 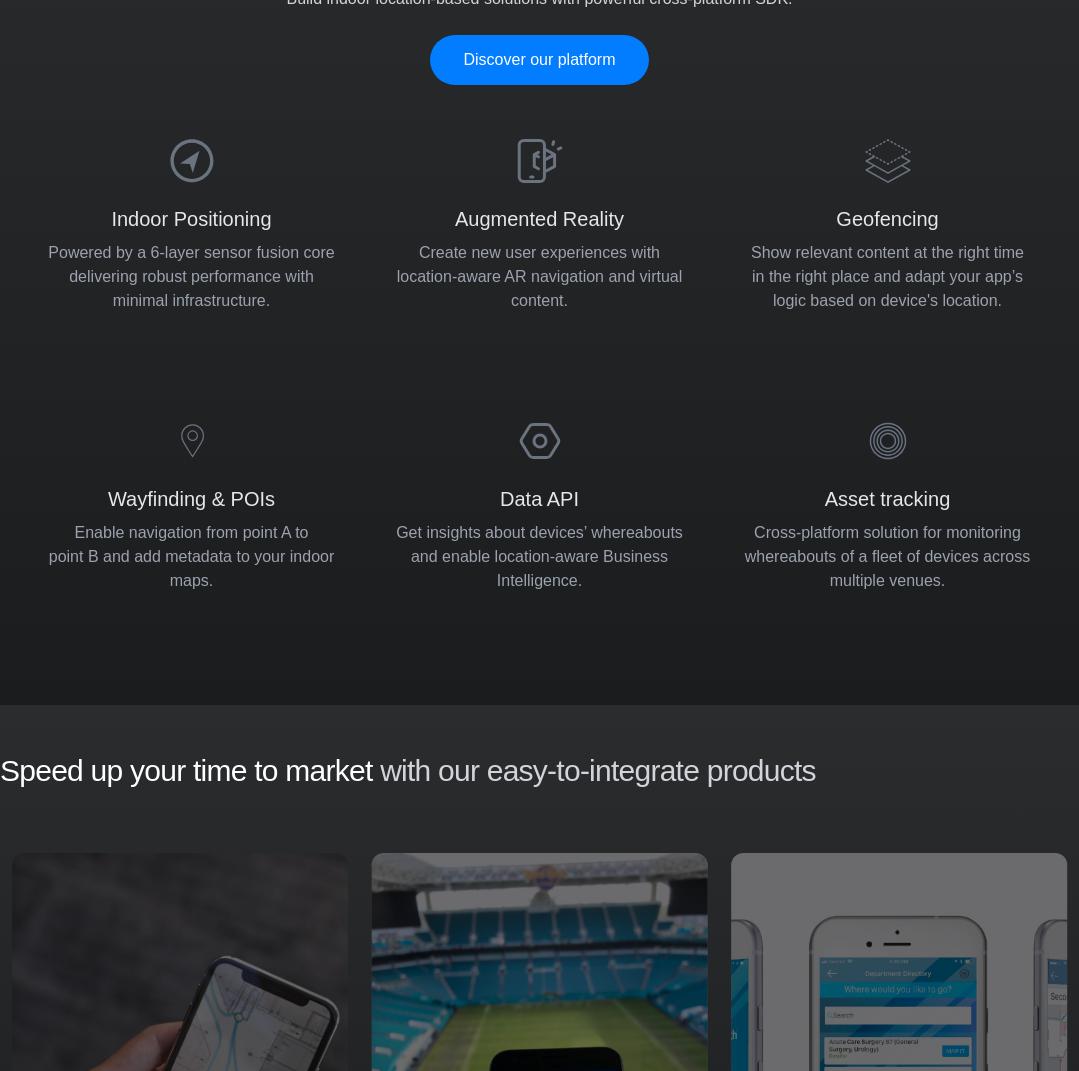 What do you see at coordinates (263, 654) in the screenshot?
I see `'Cases'` at bounding box center [263, 654].